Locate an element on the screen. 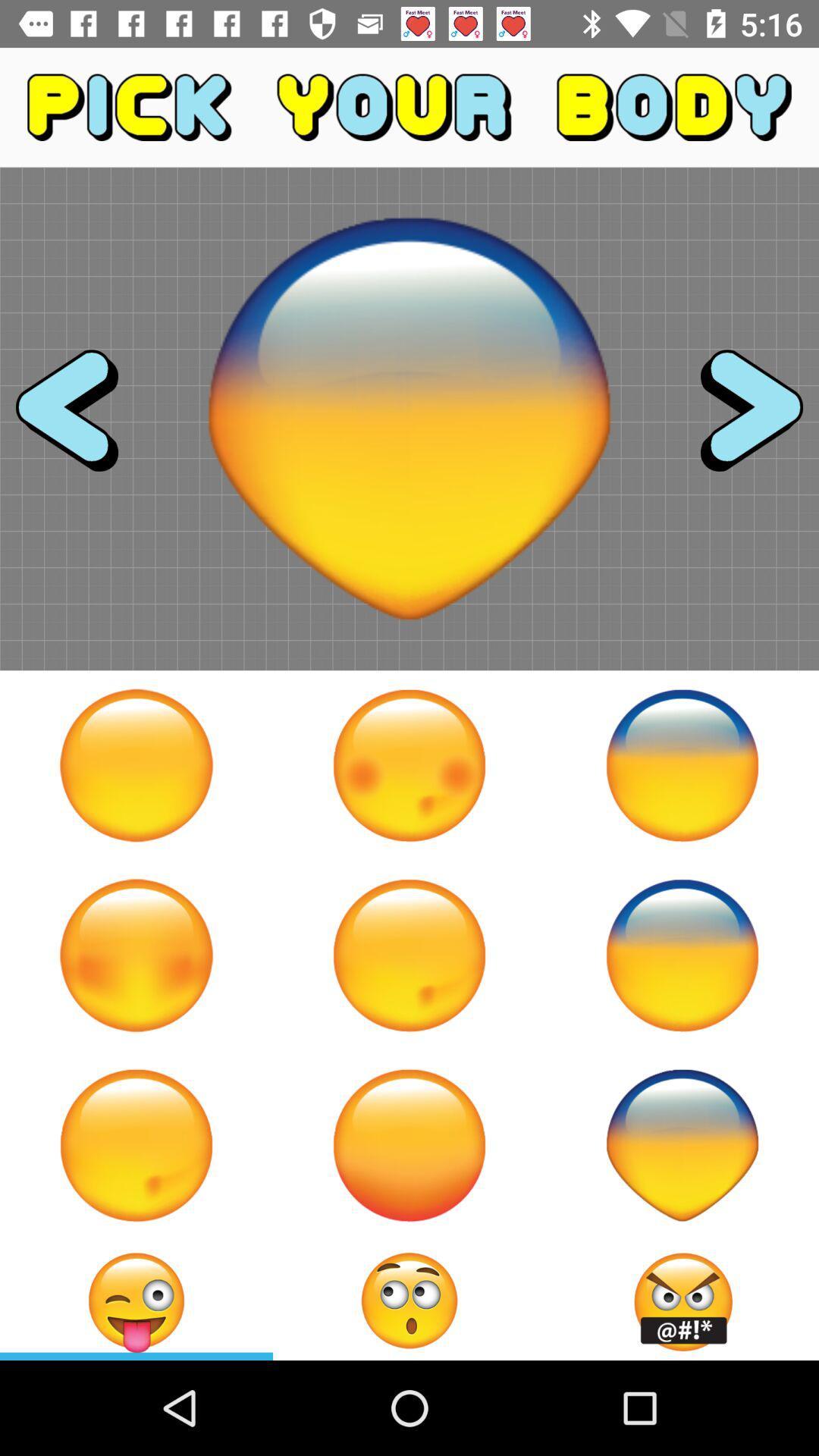 This screenshot has width=819, height=1456. circular face shape is located at coordinates (136, 765).